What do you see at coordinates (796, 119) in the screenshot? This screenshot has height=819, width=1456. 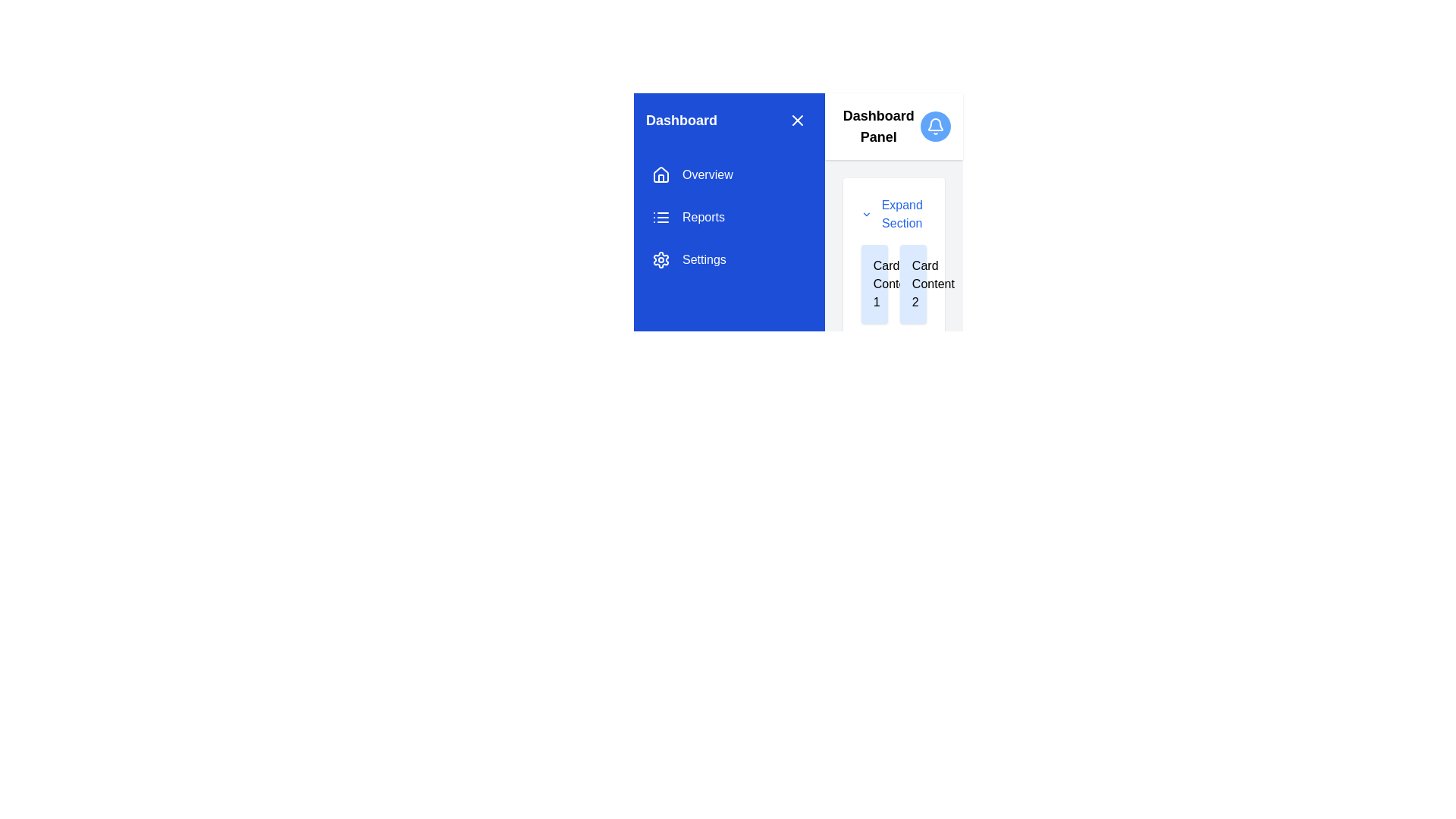 I see `the small square button with an 'X' icon in the center, located at the top-right corner of the blue sidebar next to the 'Dashboard' text` at bounding box center [796, 119].